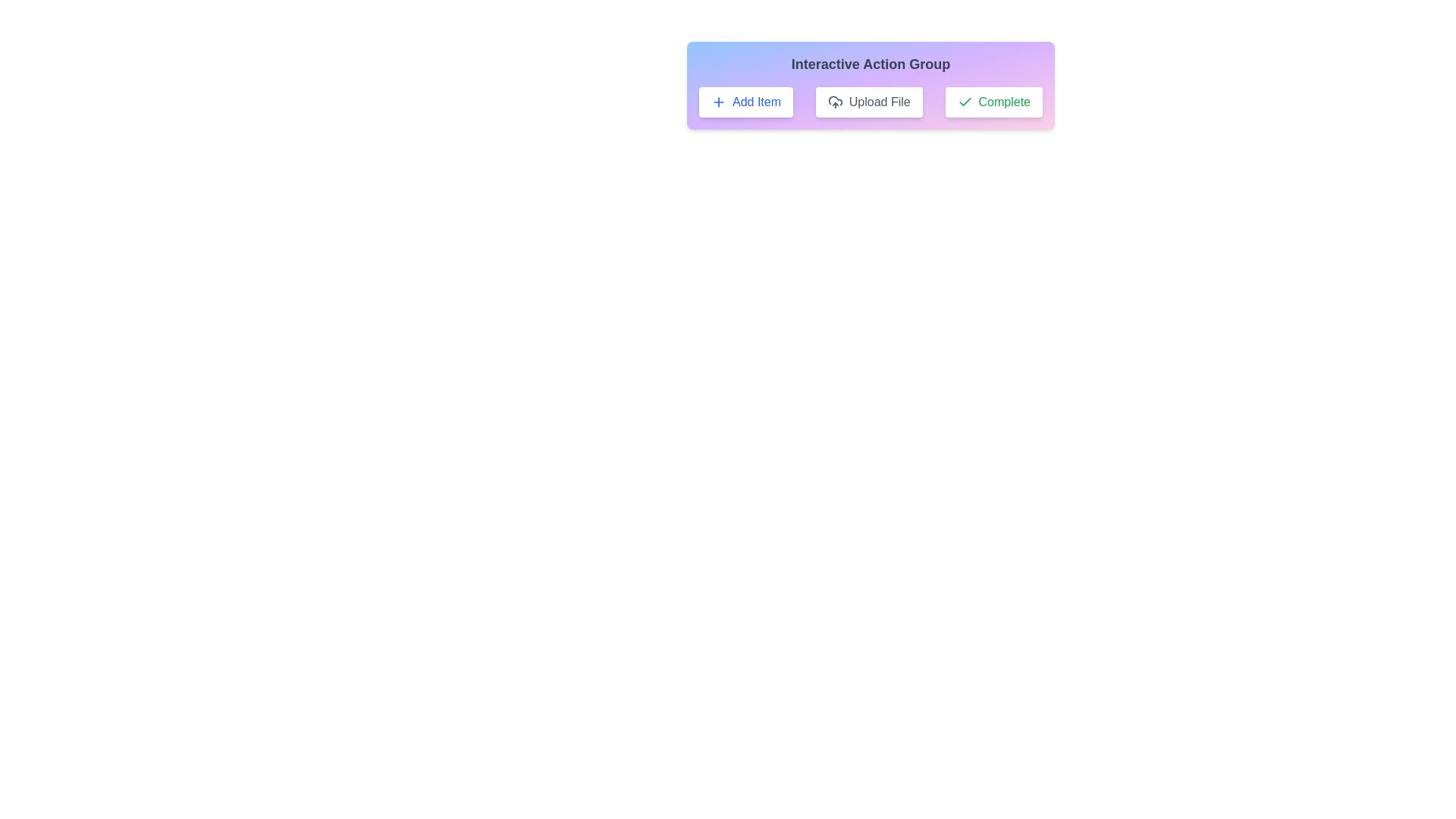 This screenshot has width=1456, height=819. What do you see at coordinates (1004, 102) in the screenshot?
I see `text 'Complete' from the text label within the button that visually indicates a completion action, located in the third position among horizontally arranged buttons` at bounding box center [1004, 102].